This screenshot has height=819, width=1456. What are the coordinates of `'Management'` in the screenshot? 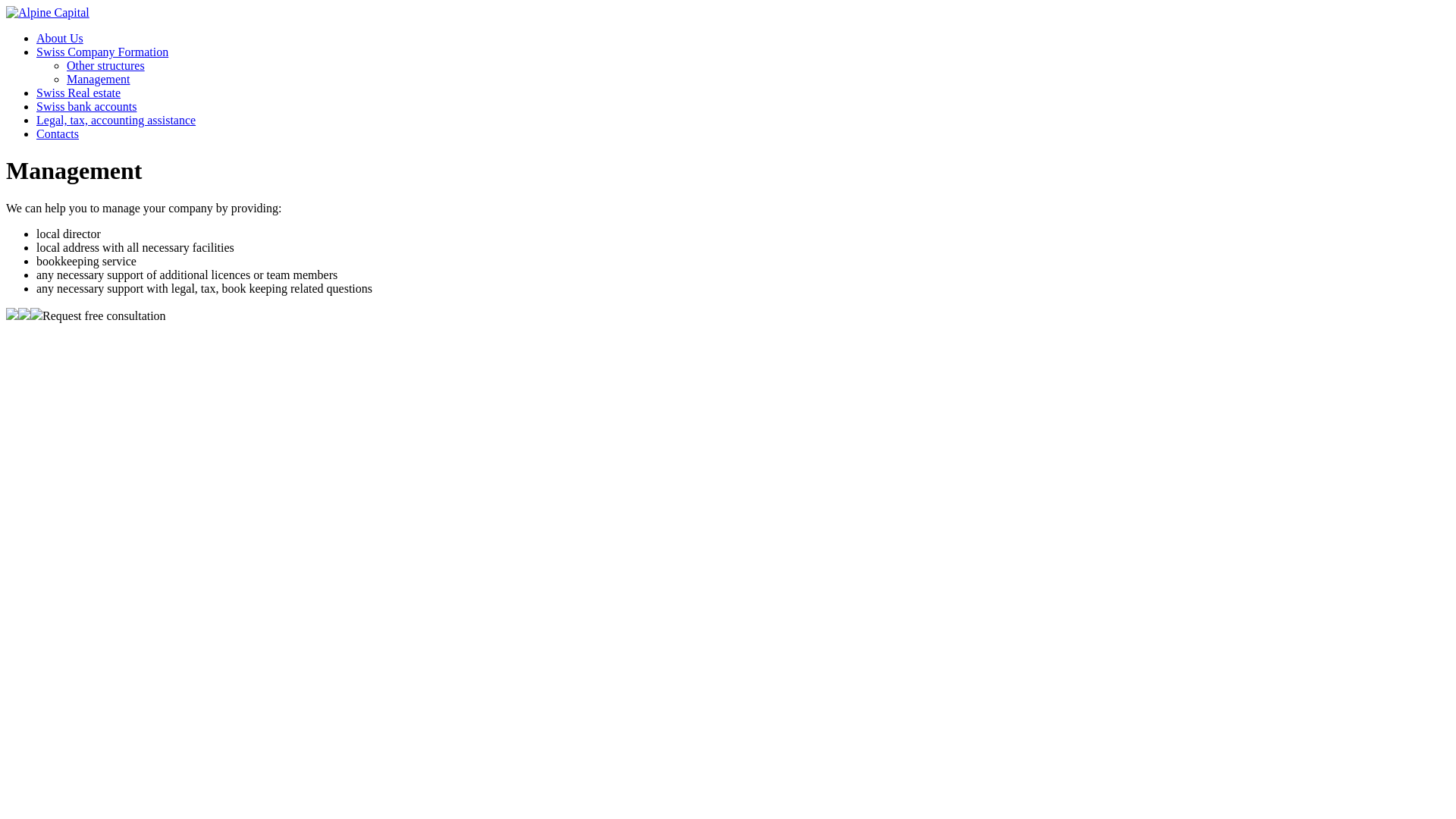 It's located at (97, 79).